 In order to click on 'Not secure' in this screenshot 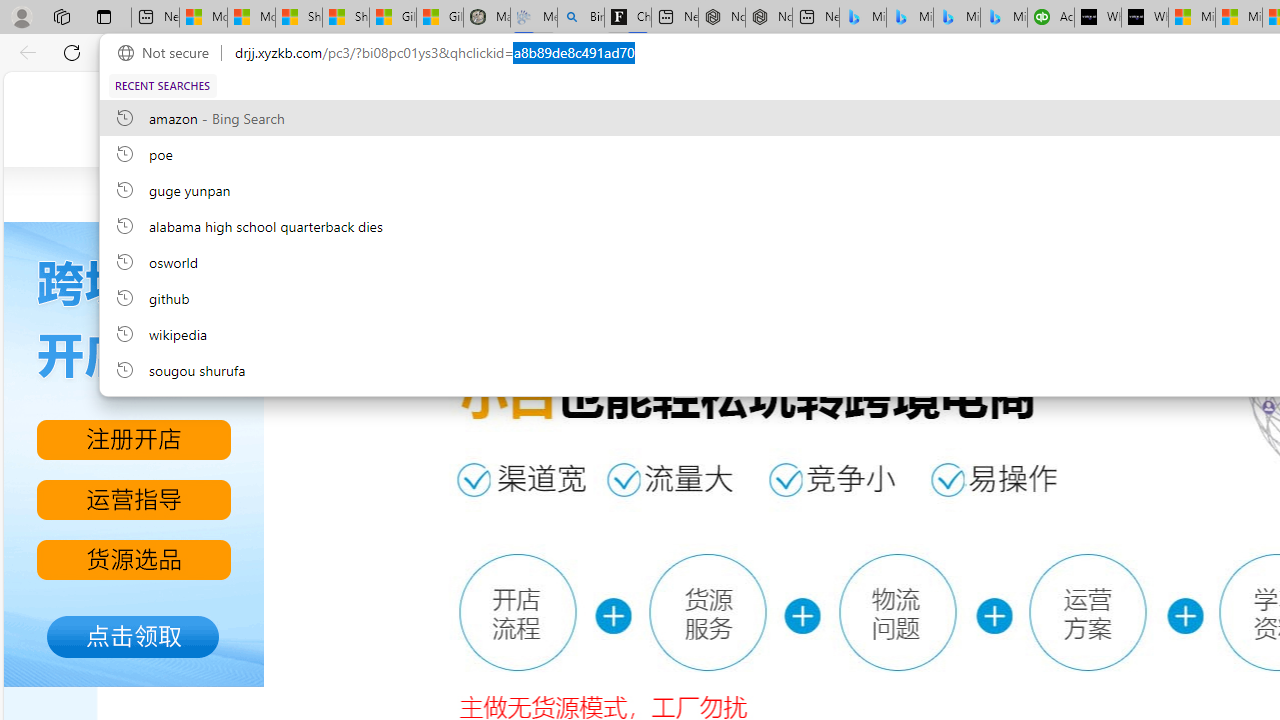, I will do `click(168, 52)`.